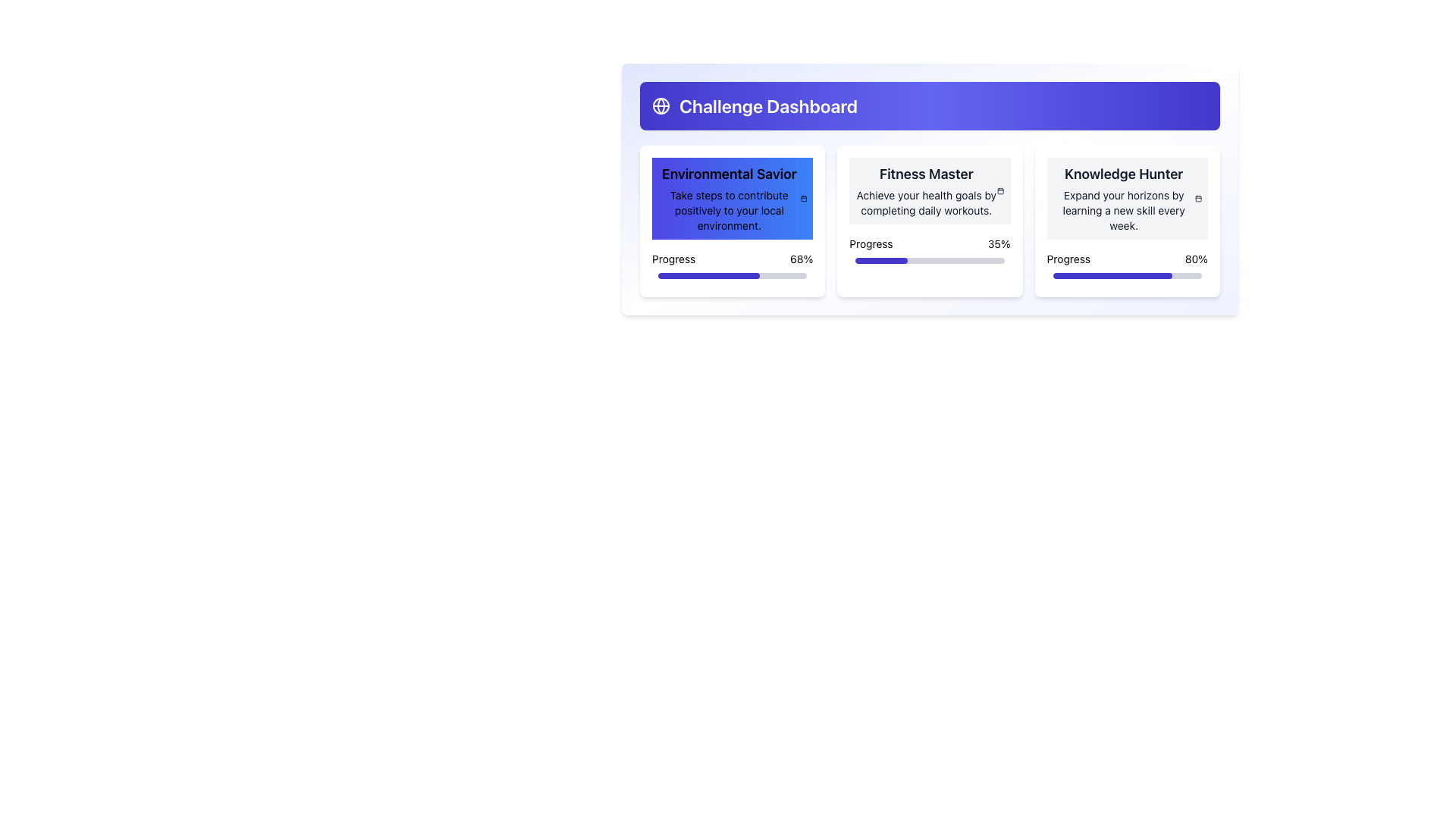 This screenshot has width=1456, height=819. Describe the element at coordinates (1127, 275) in the screenshot. I see `the Progress Bar located beneath the 'Progress' label and the numeric '80%' in the 'Knowledge Hunter' section` at that location.